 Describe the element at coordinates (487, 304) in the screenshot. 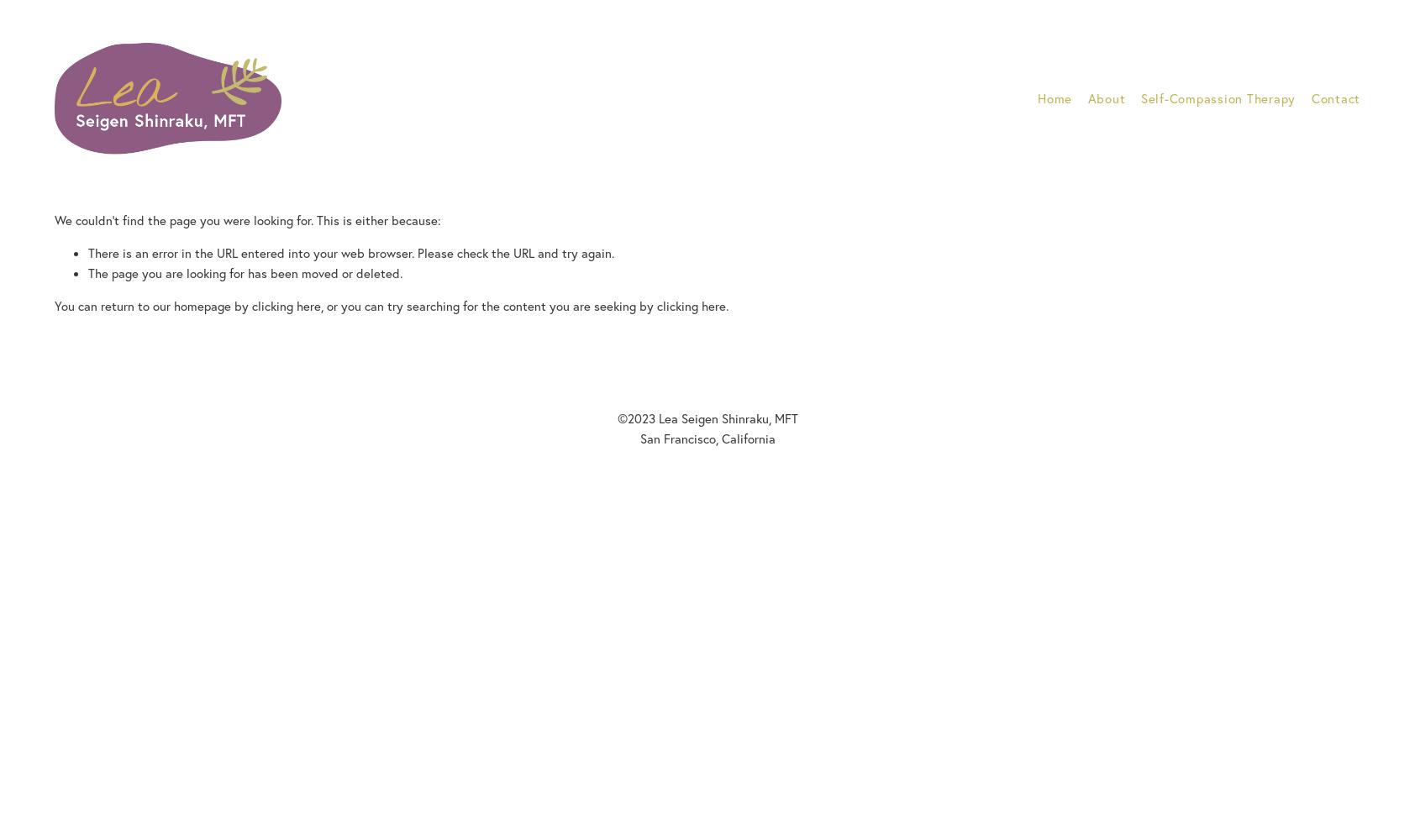

I see `', or you can try searching for the
  content you are seeking by'` at that location.